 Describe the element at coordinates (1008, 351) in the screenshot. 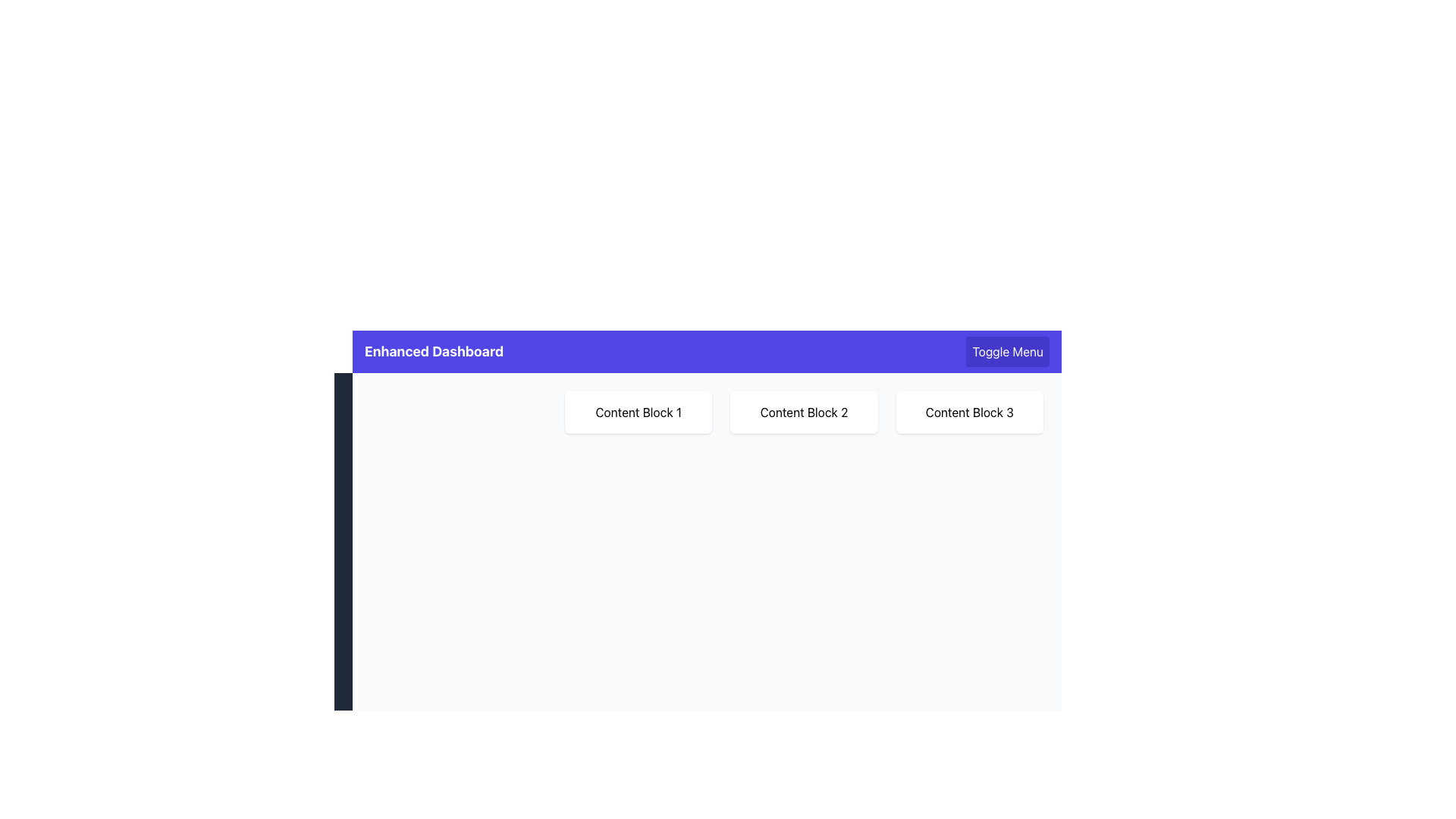

I see `the 'Toggle Menu' button, which is a dark indigo rectangular button with white text, located at the extreme right of the header bar titled 'Enhanced Dashboard'` at that location.